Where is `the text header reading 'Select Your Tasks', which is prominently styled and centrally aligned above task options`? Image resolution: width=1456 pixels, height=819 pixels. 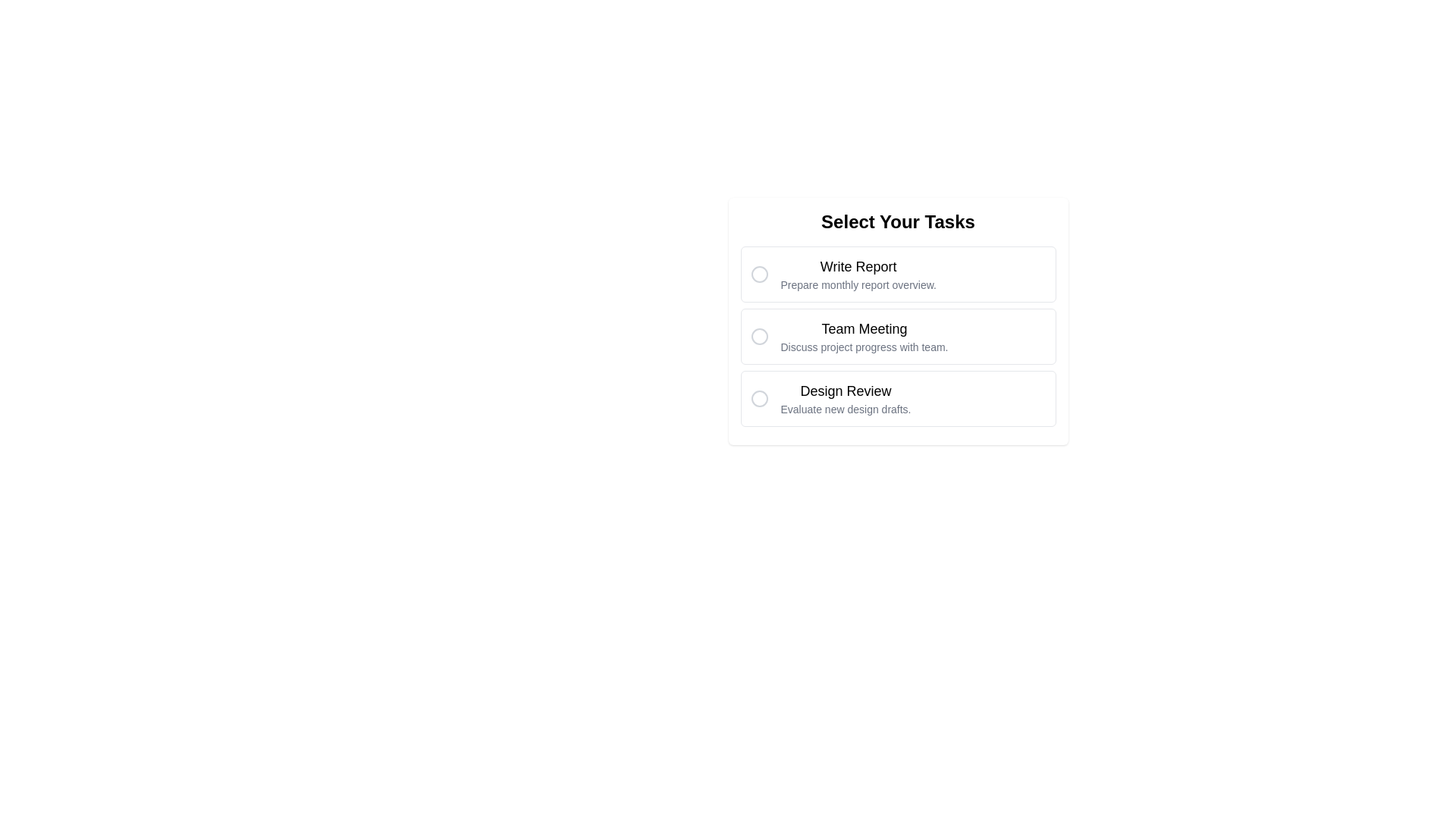
the text header reading 'Select Your Tasks', which is prominently styled and centrally aligned above task options is located at coordinates (898, 222).